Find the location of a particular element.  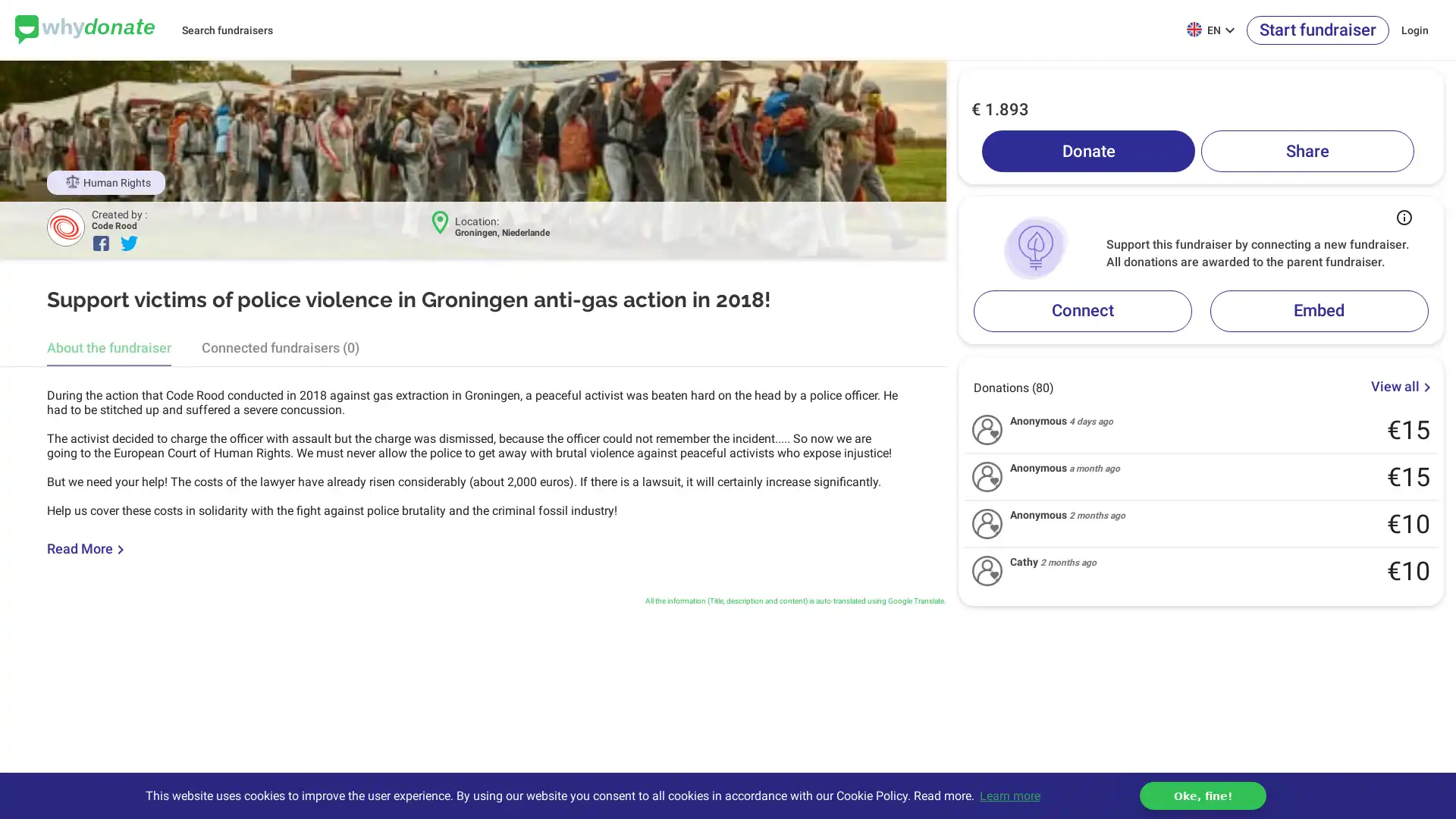

Start fundraiser is located at coordinates (1316, 29).